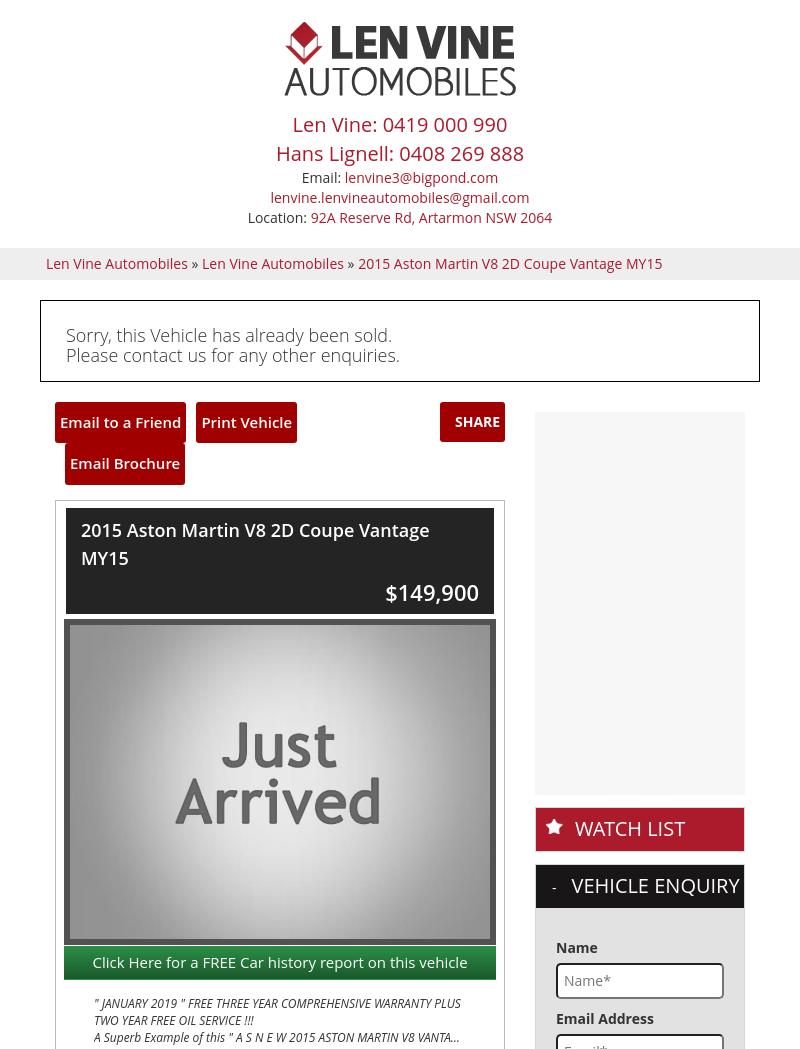 This screenshot has height=1049, width=800. Describe the element at coordinates (64, 501) in the screenshot. I see `'lenvine3@bigpond.com'` at that location.